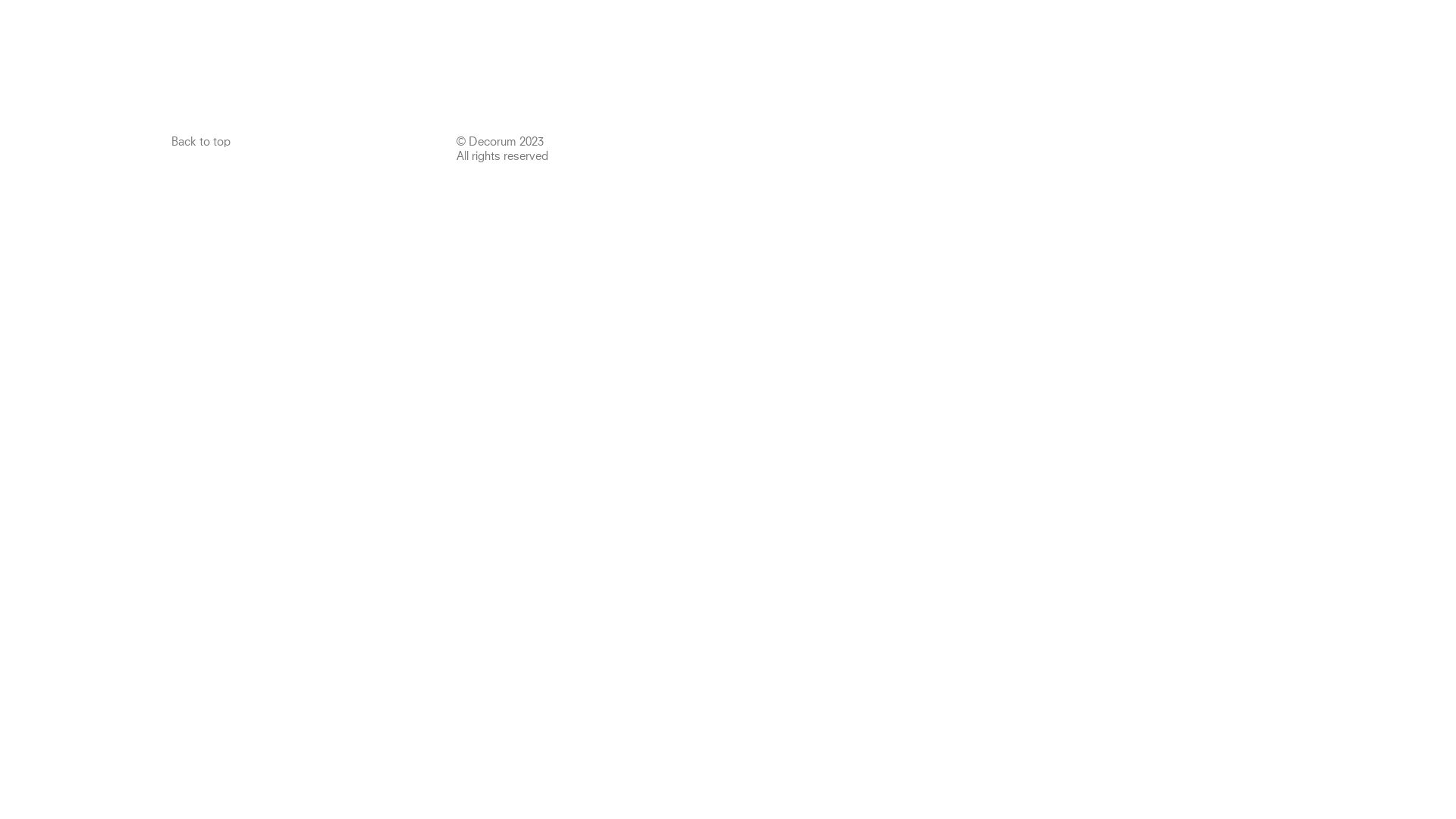 Image resolution: width=1456 pixels, height=819 pixels. I want to click on 'Back to top', so click(199, 142).